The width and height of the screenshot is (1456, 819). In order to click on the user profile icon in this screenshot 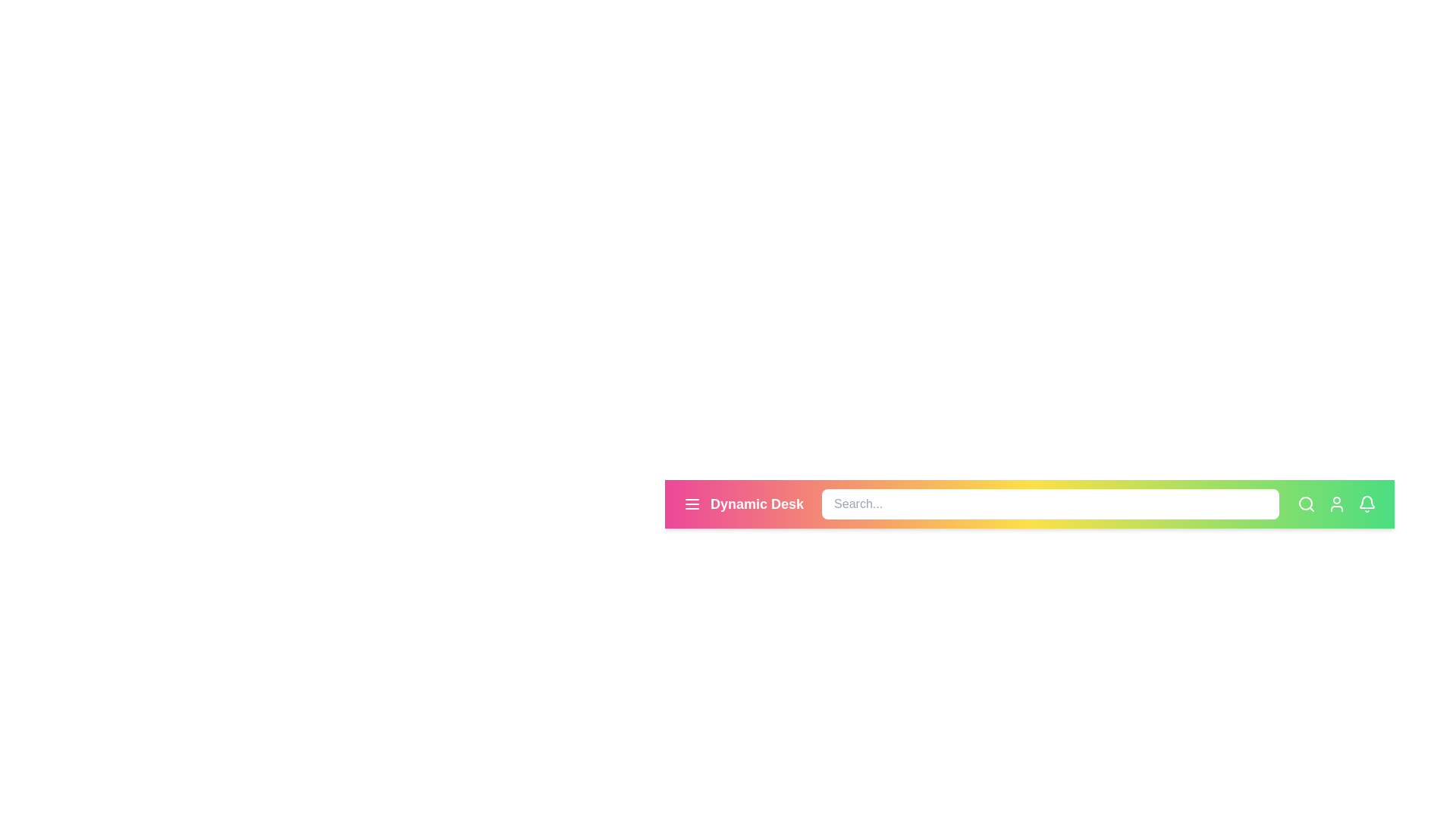, I will do `click(1336, 504)`.